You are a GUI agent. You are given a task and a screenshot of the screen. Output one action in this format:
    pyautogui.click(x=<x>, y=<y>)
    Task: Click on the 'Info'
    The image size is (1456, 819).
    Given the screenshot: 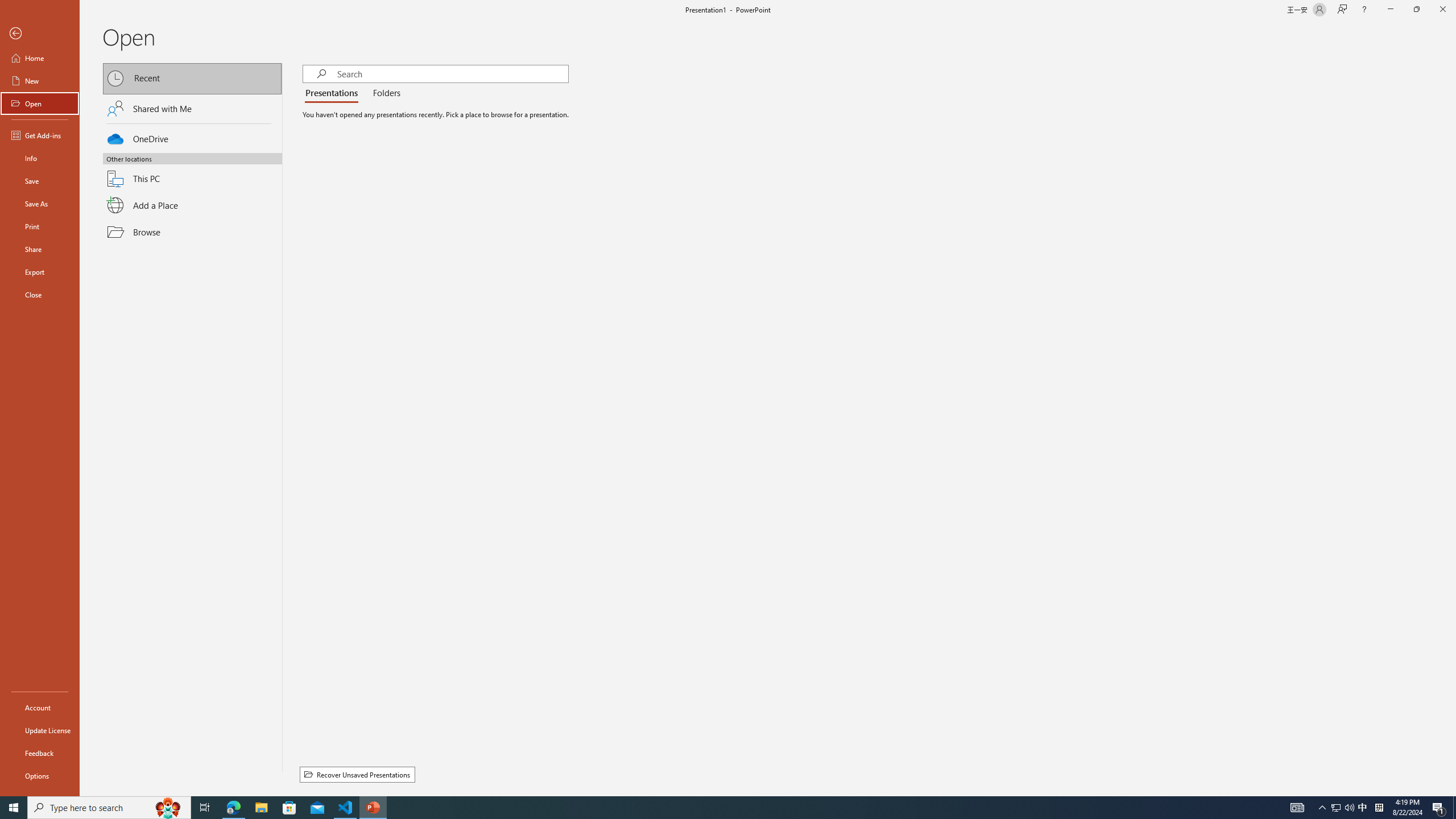 What is the action you would take?
    pyautogui.click(x=39, y=157)
    